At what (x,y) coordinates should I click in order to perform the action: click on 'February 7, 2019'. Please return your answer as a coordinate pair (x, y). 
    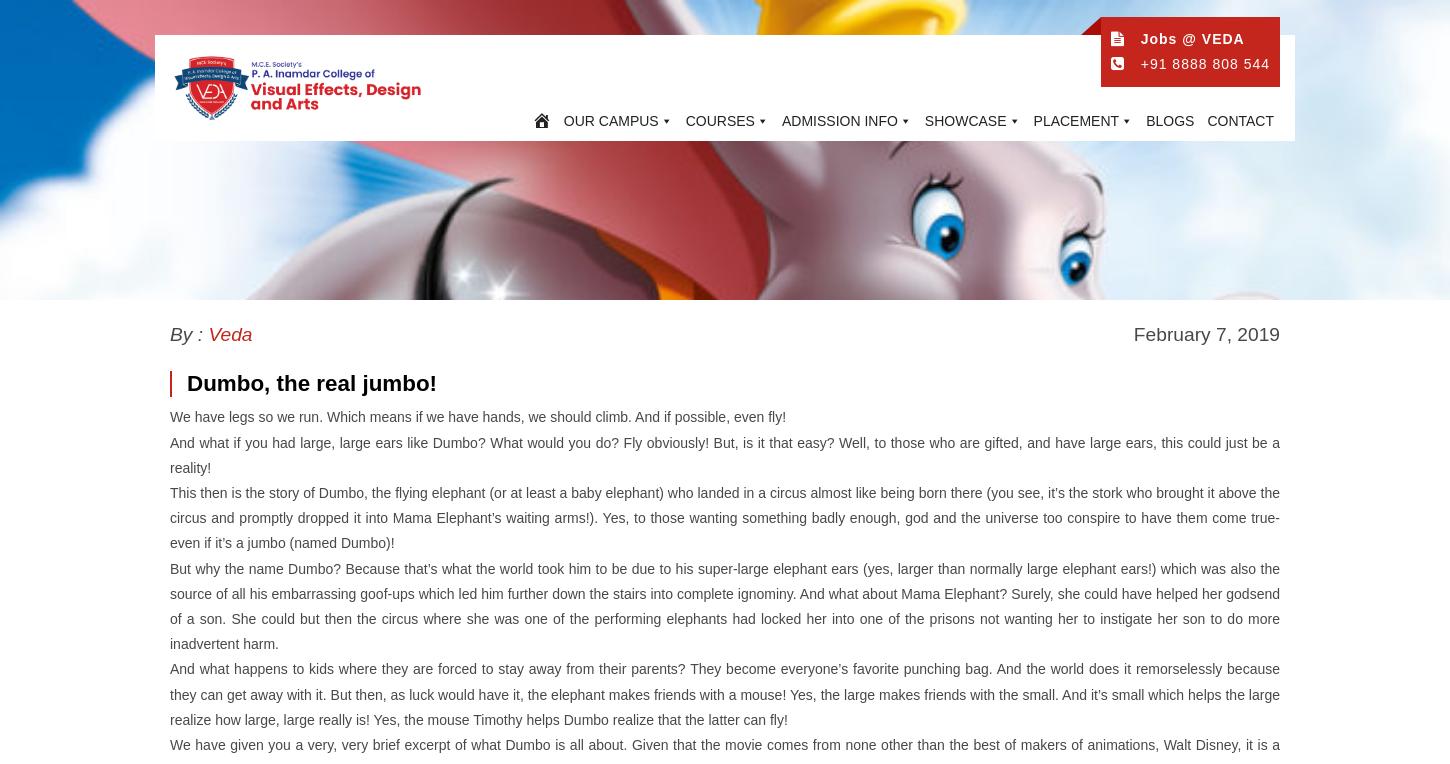
    Looking at the image, I should click on (1205, 333).